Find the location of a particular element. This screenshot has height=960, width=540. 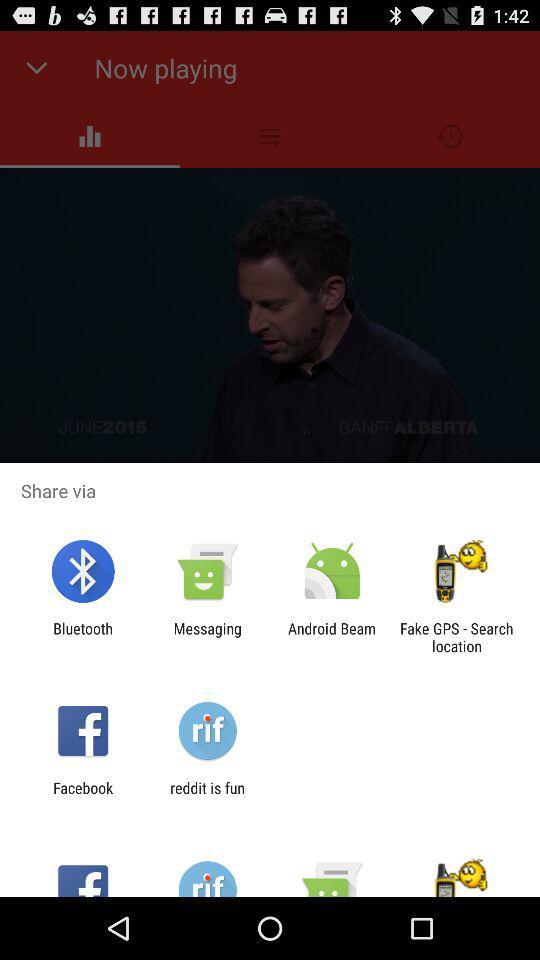

the item to the right of facebook is located at coordinates (206, 796).